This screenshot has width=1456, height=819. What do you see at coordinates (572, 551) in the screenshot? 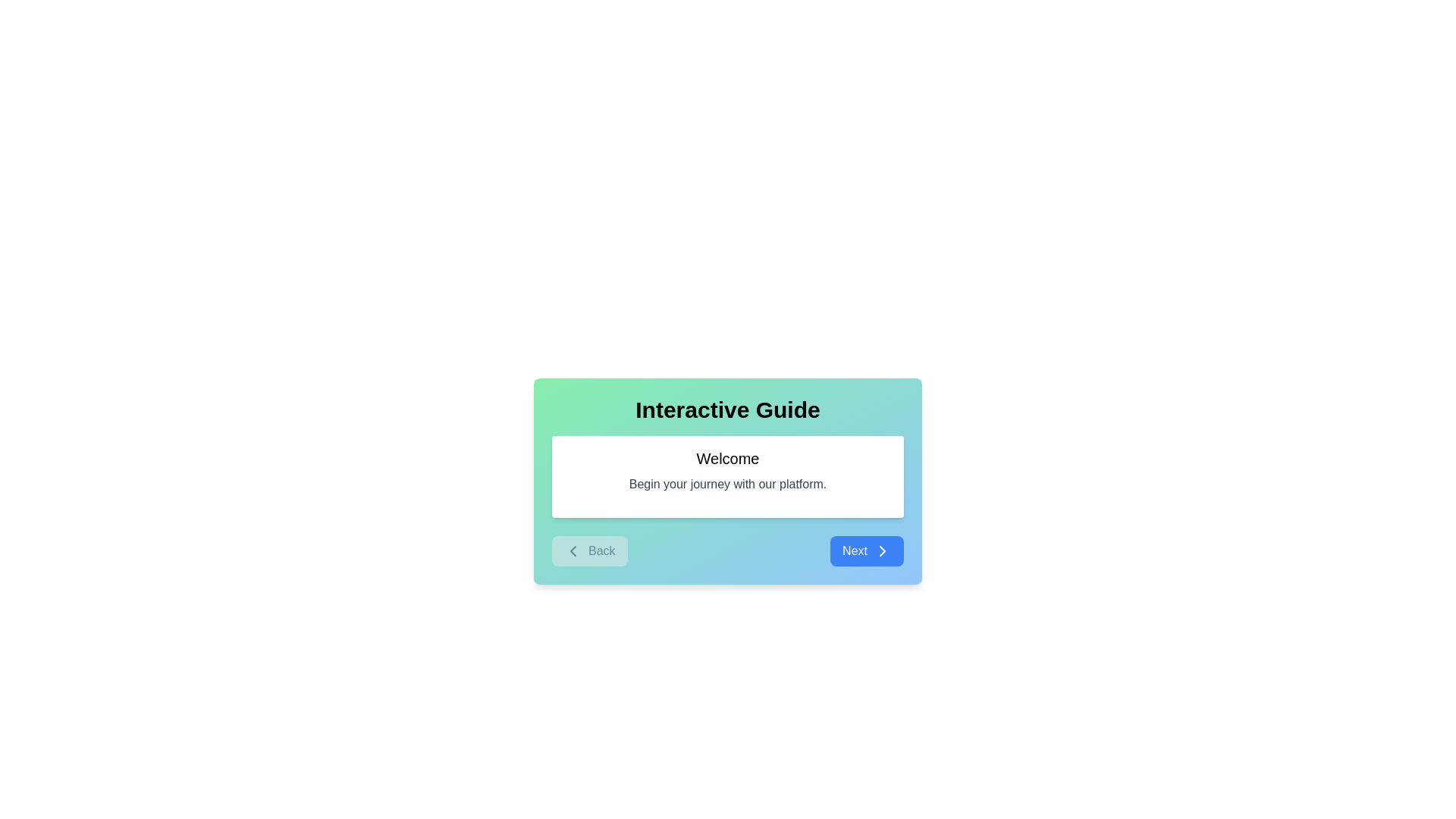
I see `the chevron icon located on the left side of the 'Back' button` at bounding box center [572, 551].